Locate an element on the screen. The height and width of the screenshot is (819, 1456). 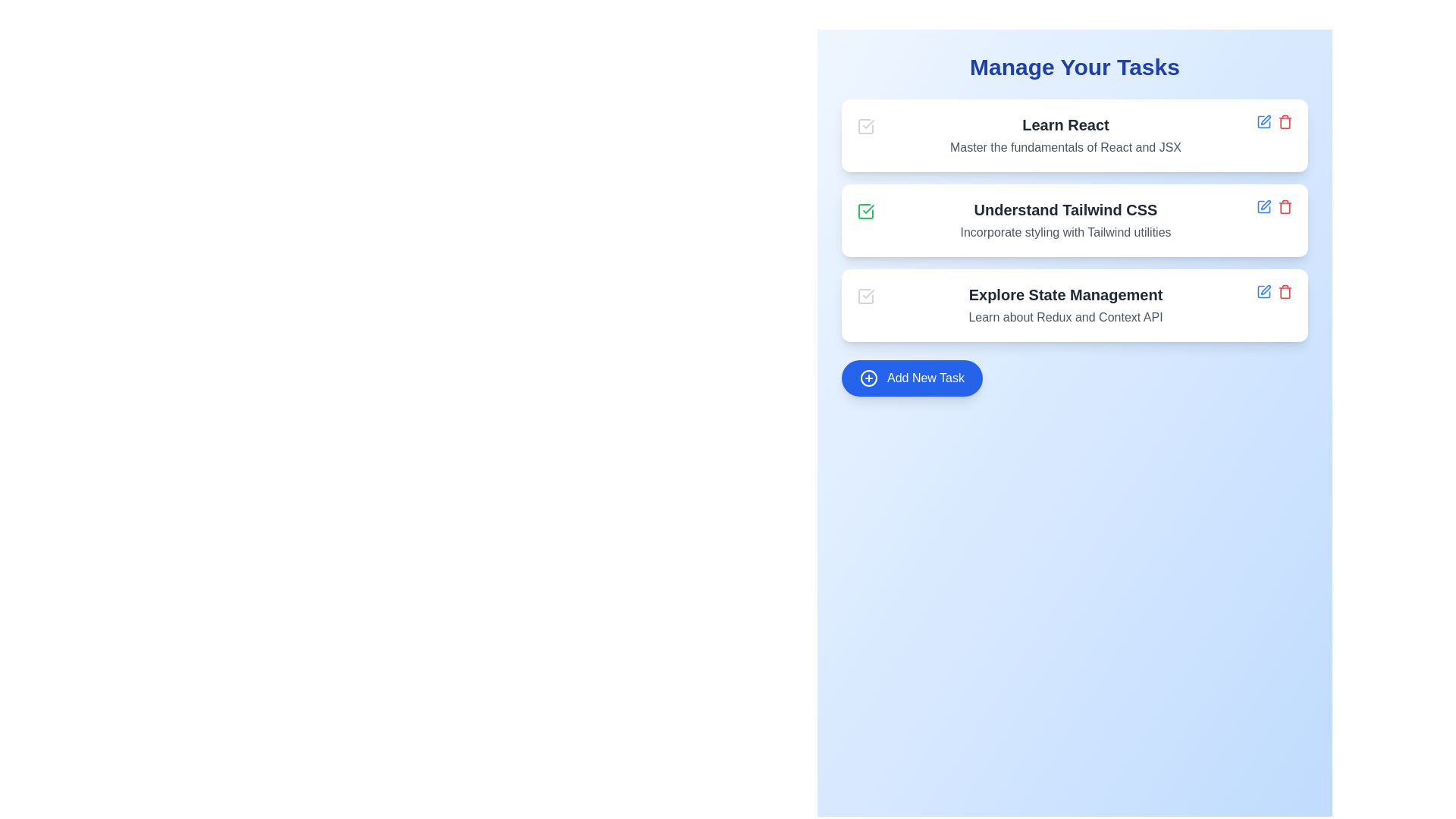
the completion icon located adjacent to the text 'Understand Tailwind CSS' in the checkbox area is located at coordinates (868, 209).